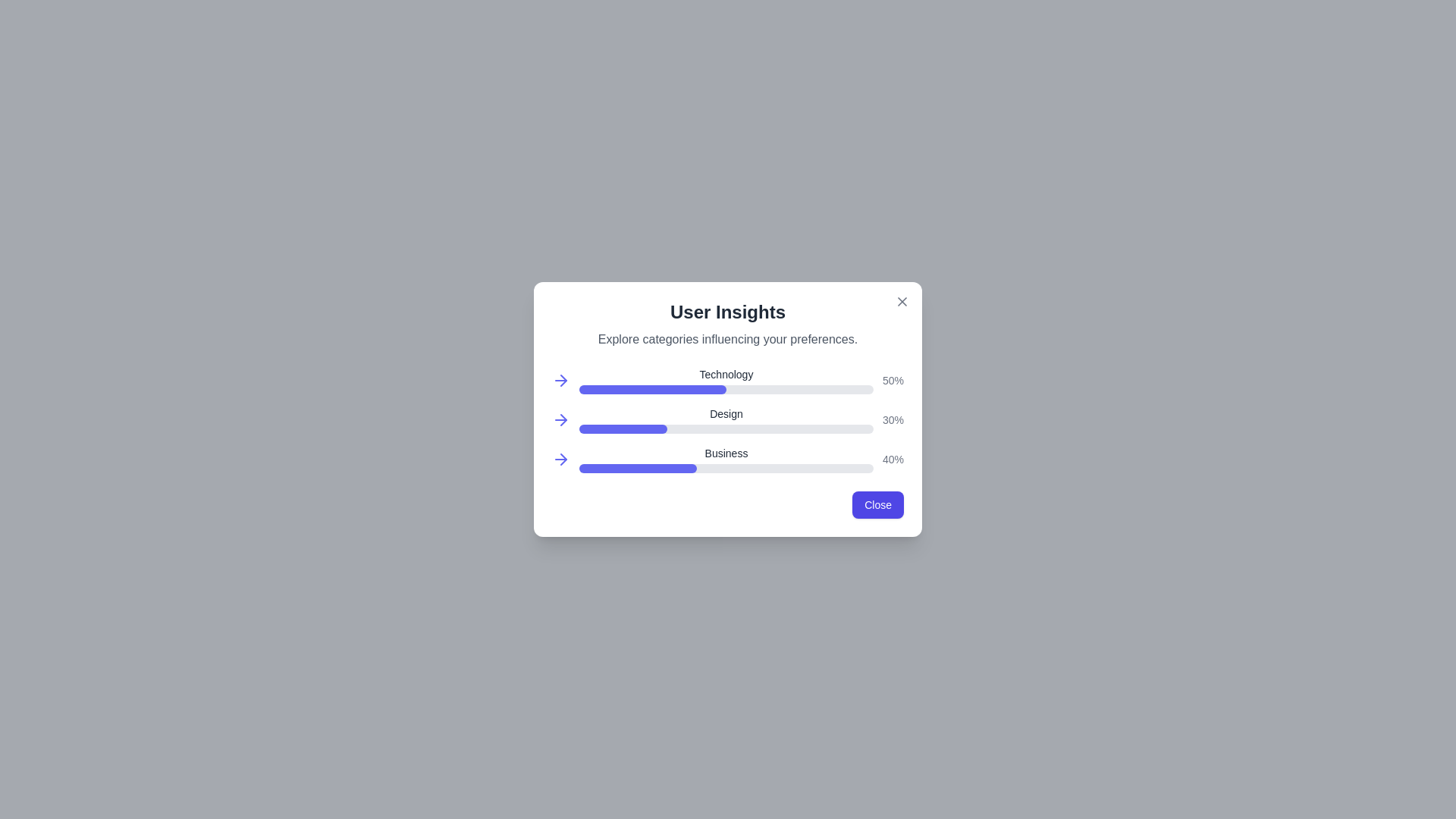 The width and height of the screenshot is (1456, 819). Describe the element at coordinates (623, 420) in the screenshot. I see `the progress bar for Design to view details` at that location.